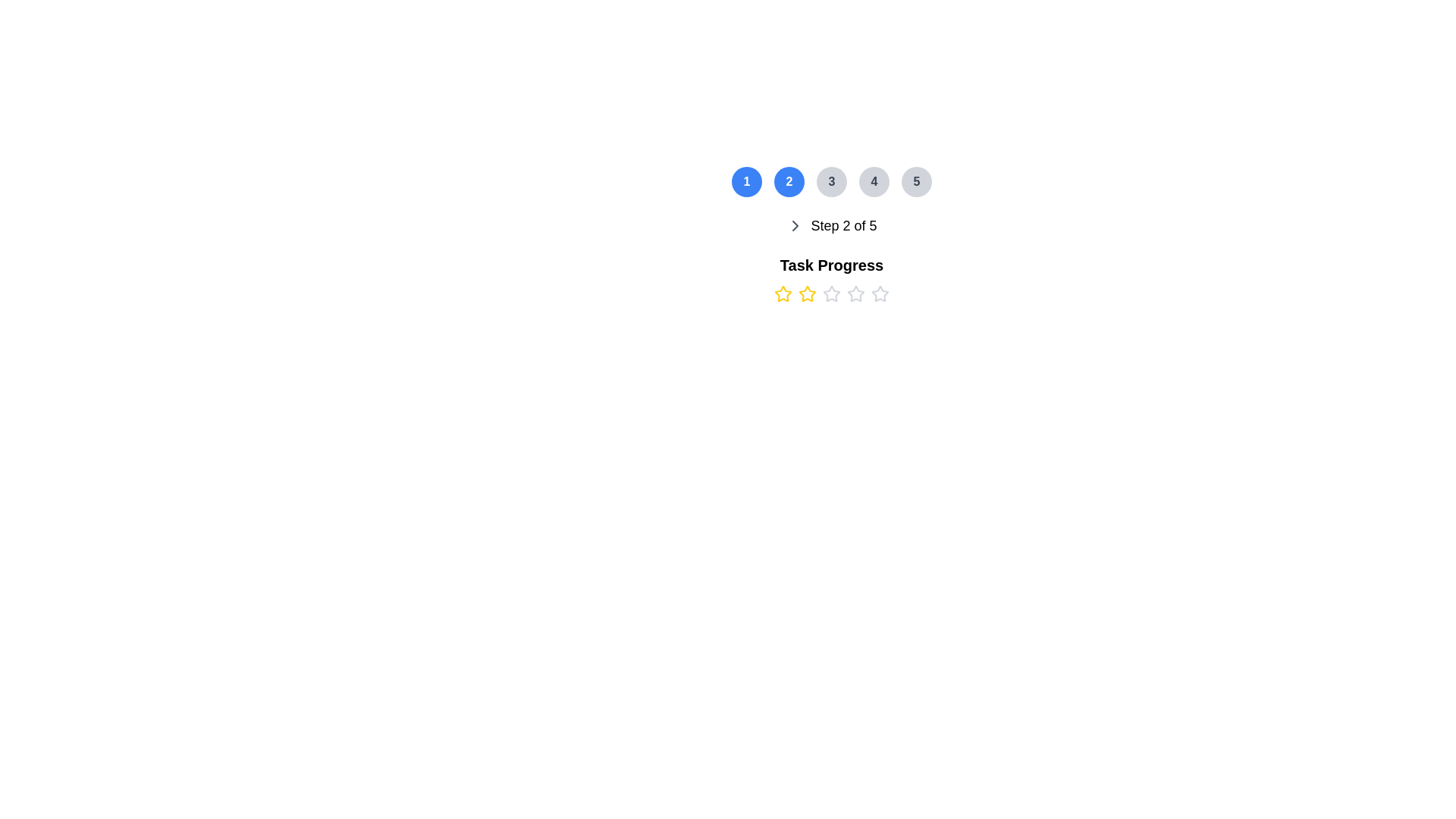  Describe the element at coordinates (831, 293) in the screenshot. I see `the third star icon in the sequence of five stars below the 'Task Progress' label` at that location.